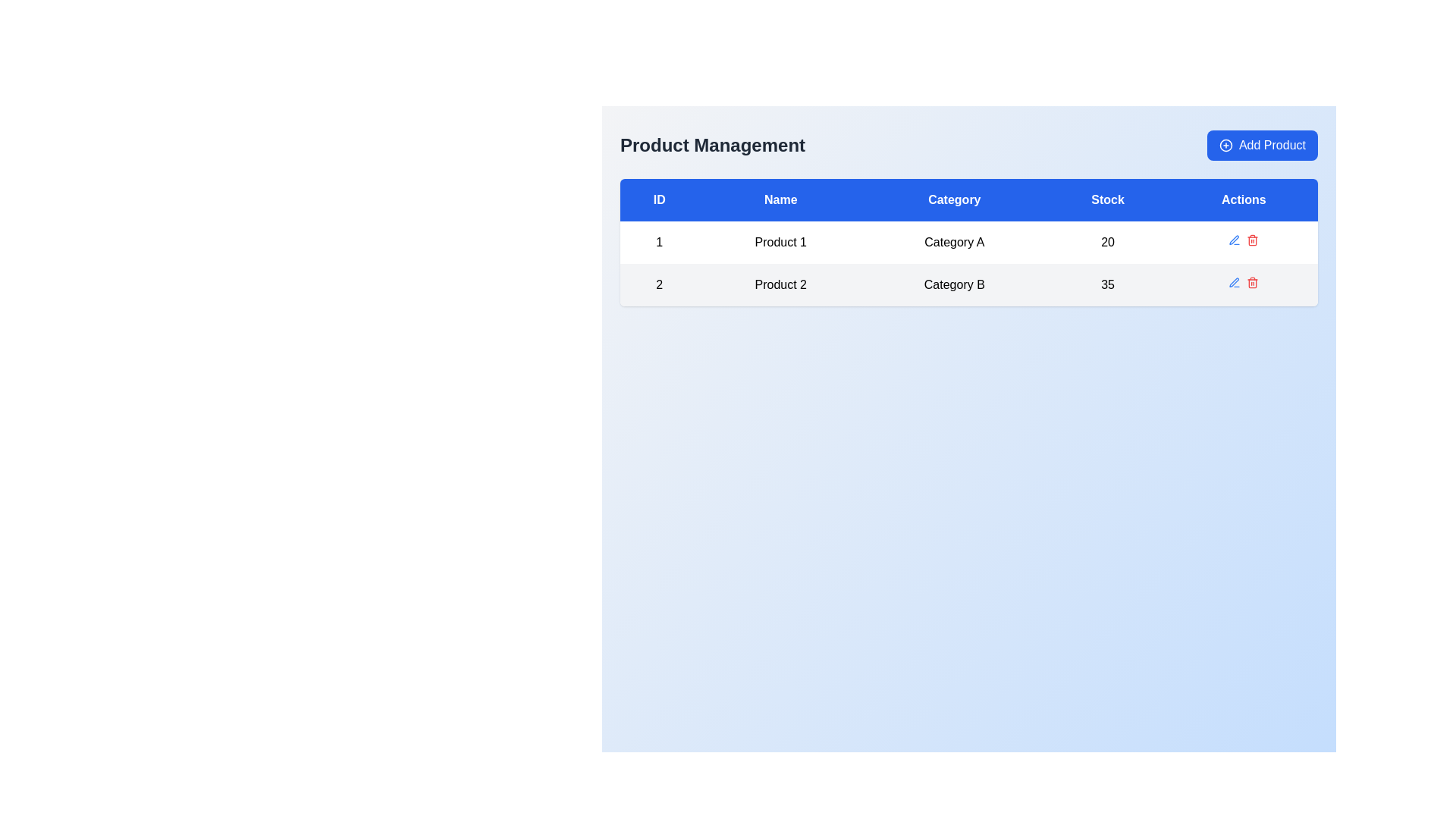 The height and width of the screenshot is (819, 1456). What do you see at coordinates (1234, 282) in the screenshot?
I see `the edit button located in the second row of the Actions column in the table` at bounding box center [1234, 282].